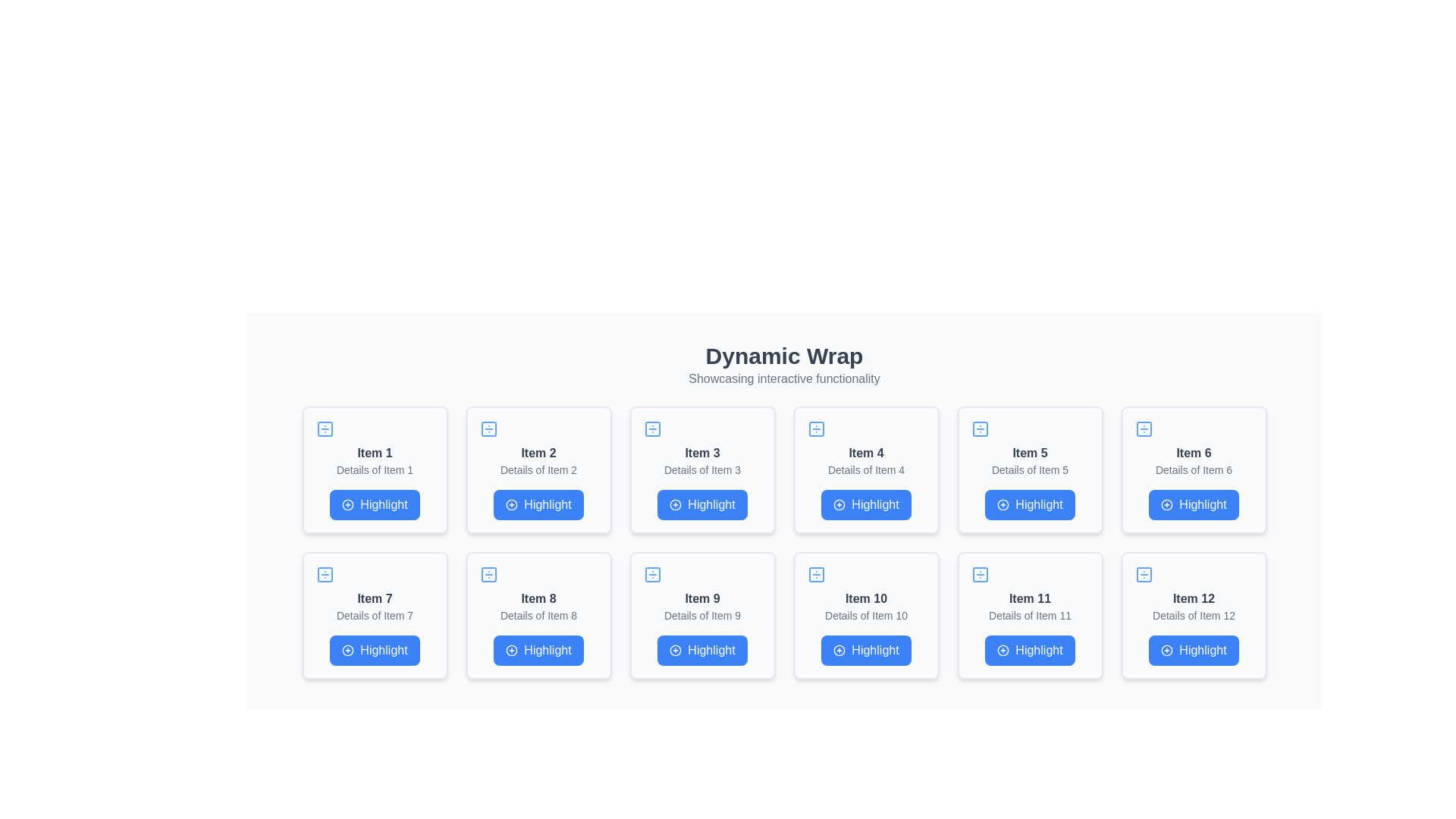 This screenshot has height=819, width=1456. What do you see at coordinates (1193, 616) in the screenshot?
I see `the interactive card labeled 'Item 12' which contains a button labeled 'Highlight' and is located in the fourth row and third column of the grid layout` at bounding box center [1193, 616].